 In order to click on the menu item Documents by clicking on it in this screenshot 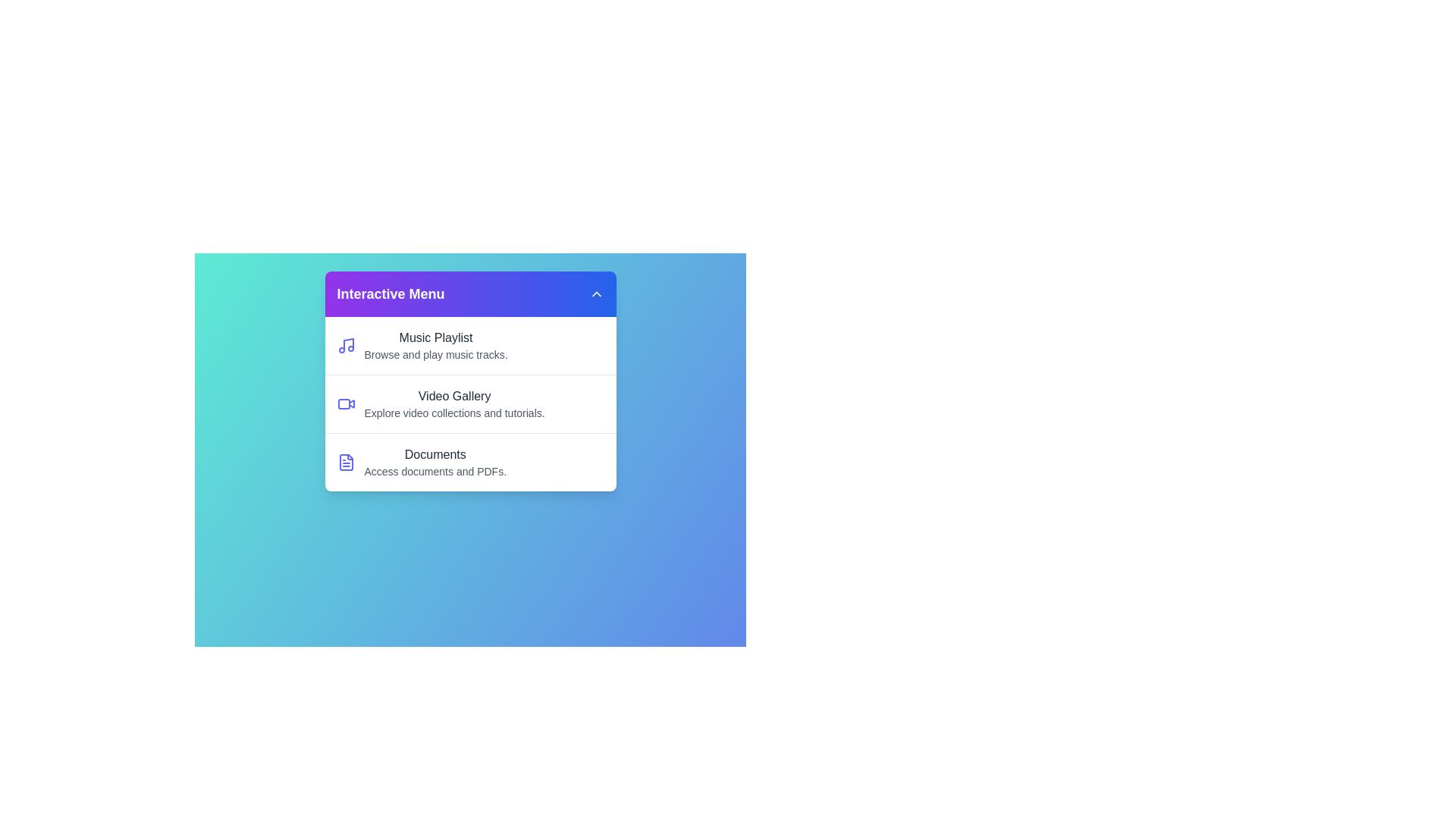, I will do `click(469, 461)`.